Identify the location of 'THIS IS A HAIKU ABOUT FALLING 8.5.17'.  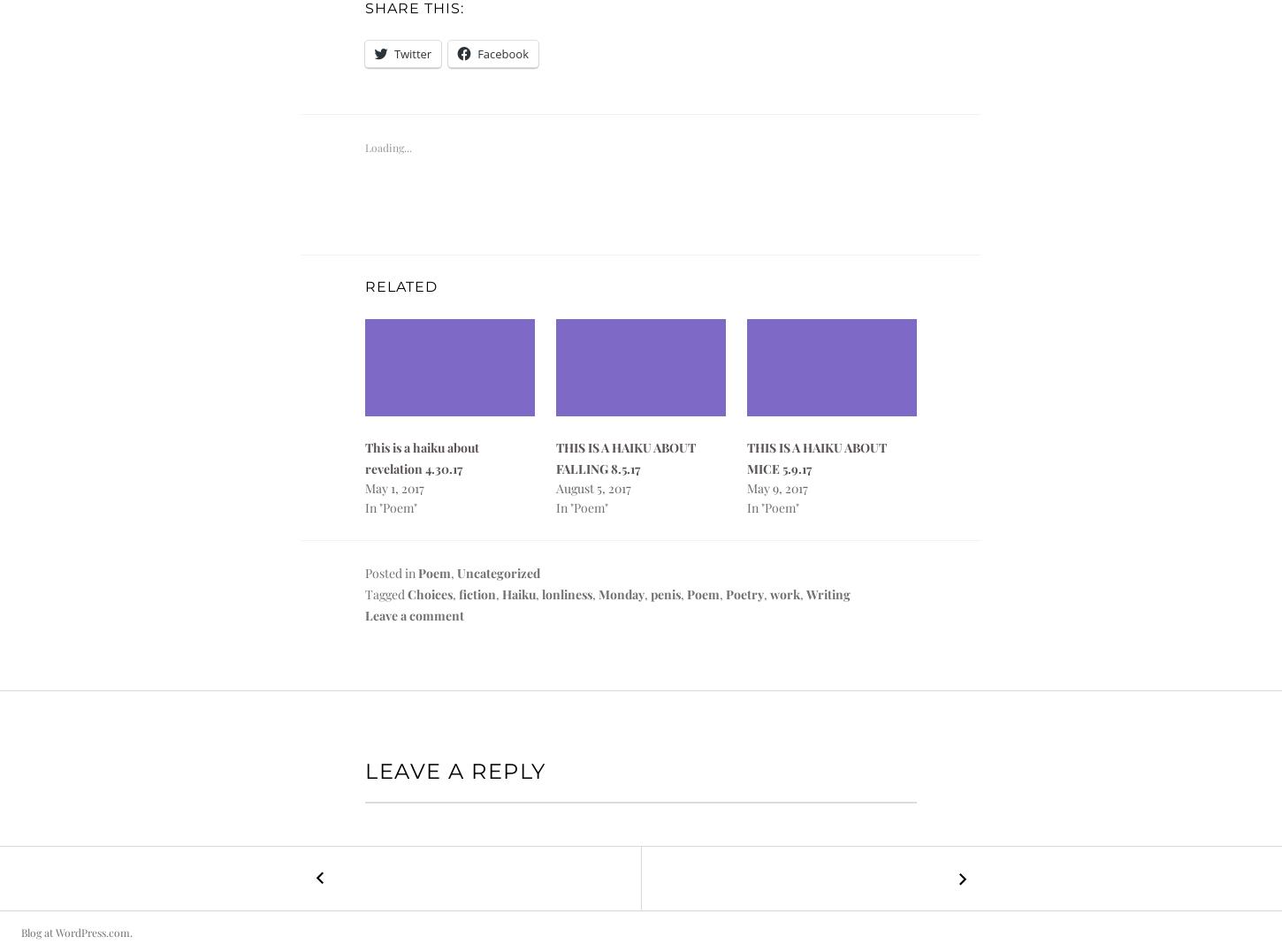
(555, 456).